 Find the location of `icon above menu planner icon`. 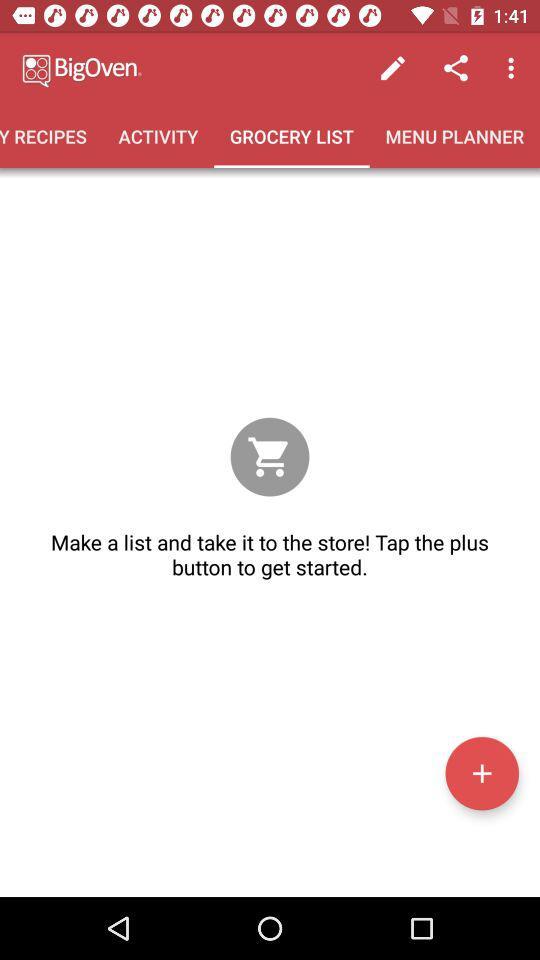

icon above menu planner icon is located at coordinates (455, 68).